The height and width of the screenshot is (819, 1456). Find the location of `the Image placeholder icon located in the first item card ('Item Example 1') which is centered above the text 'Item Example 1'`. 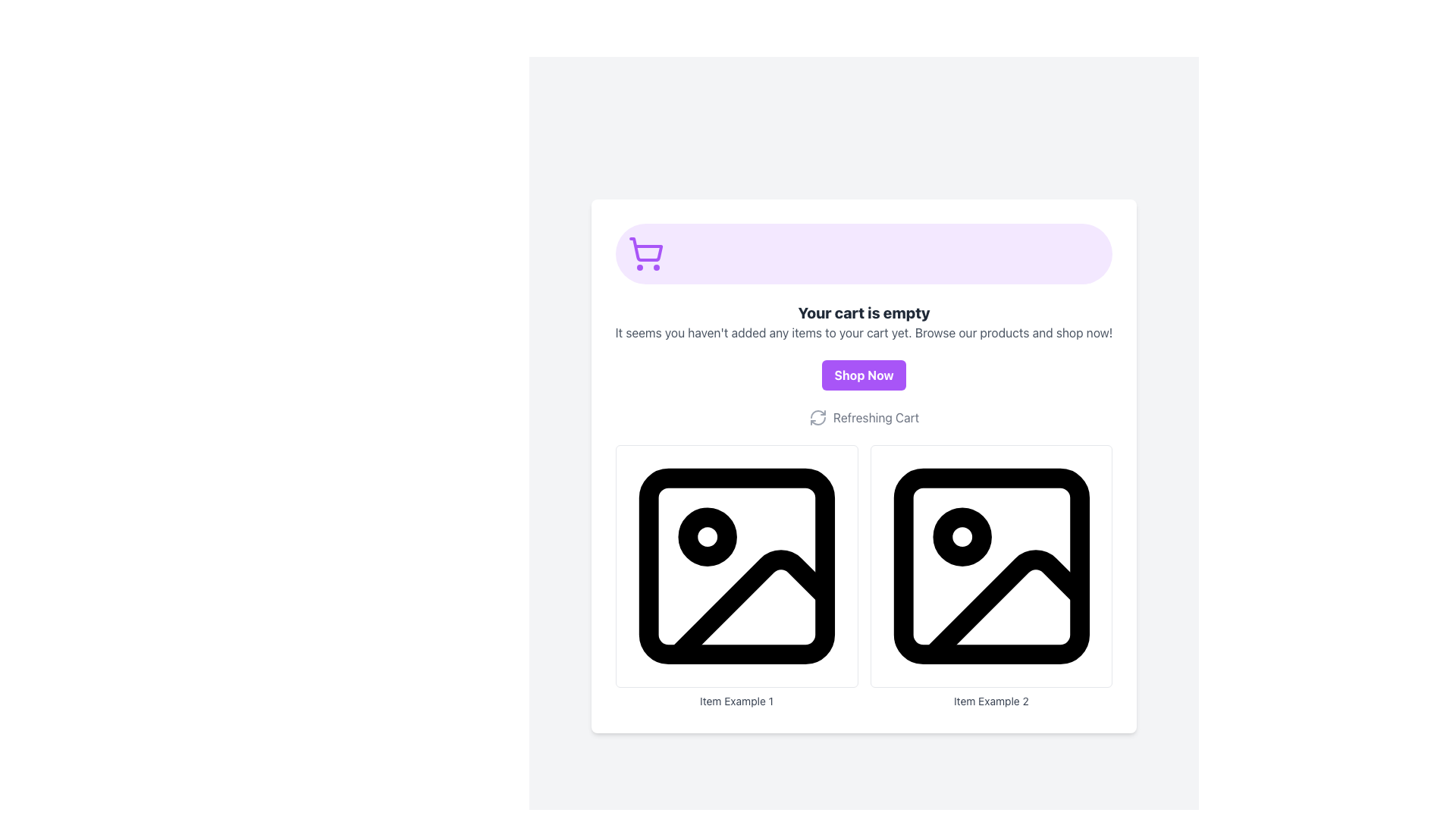

the Image placeholder icon located in the first item card ('Item Example 1') which is centered above the text 'Item Example 1' is located at coordinates (736, 566).